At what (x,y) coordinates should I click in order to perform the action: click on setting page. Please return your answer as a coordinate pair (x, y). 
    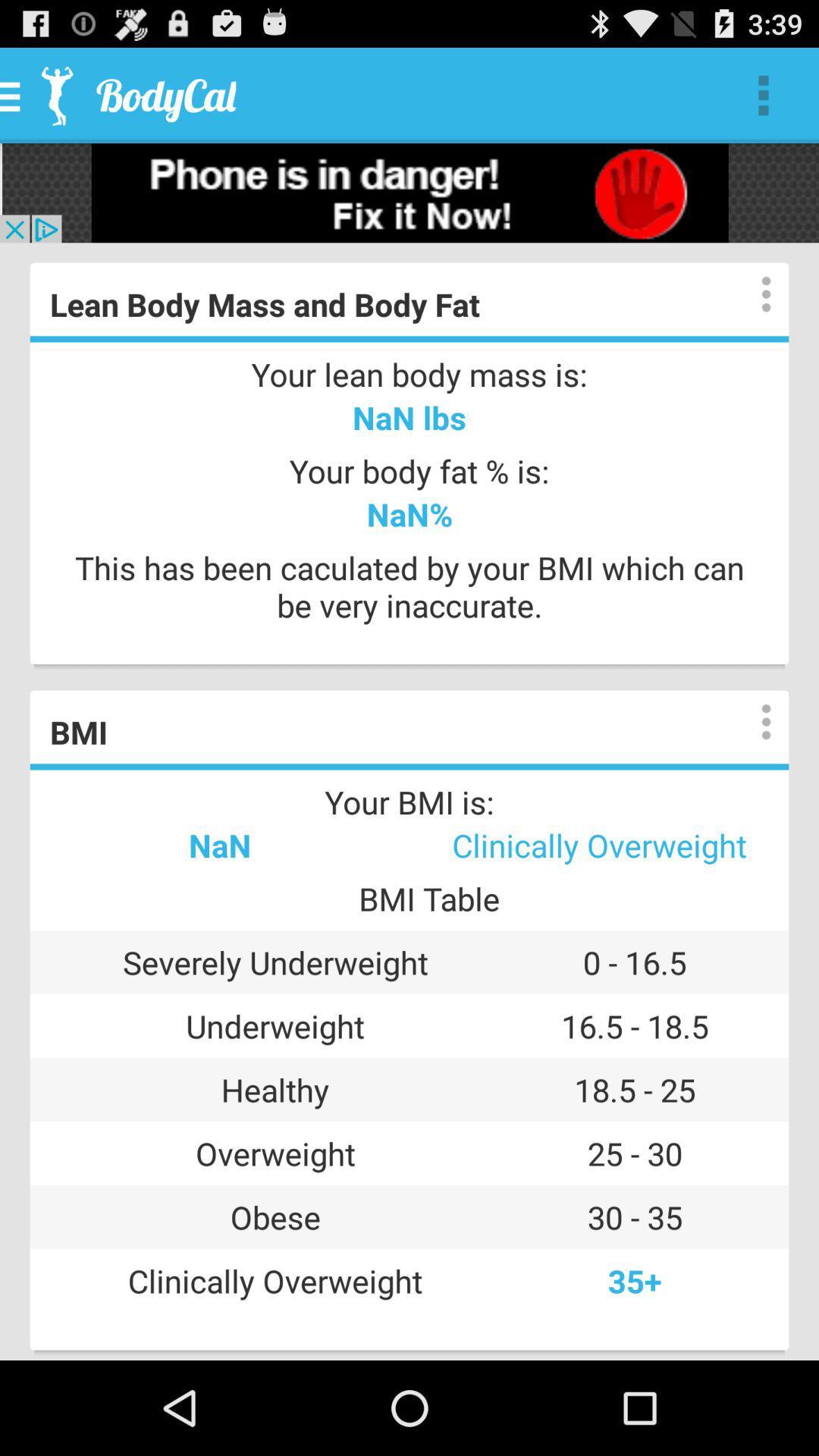
    Looking at the image, I should click on (751, 294).